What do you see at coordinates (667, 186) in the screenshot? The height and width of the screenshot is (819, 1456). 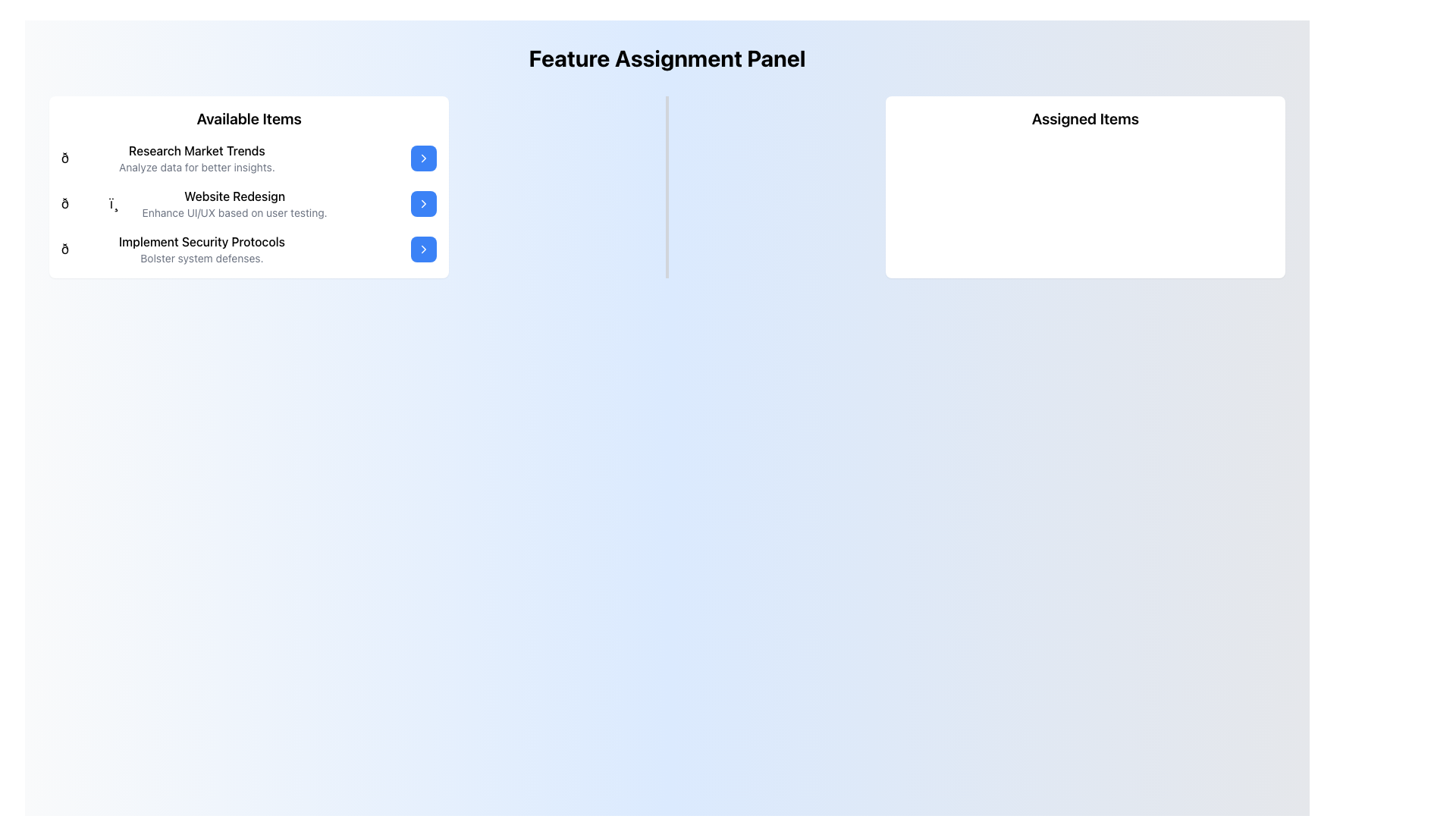 I see `the vertical divider that separates the 'Available Items' section from the 'Assigned Items' section in the middle column of a three-column grid layout` at bounding box center [667, 186].